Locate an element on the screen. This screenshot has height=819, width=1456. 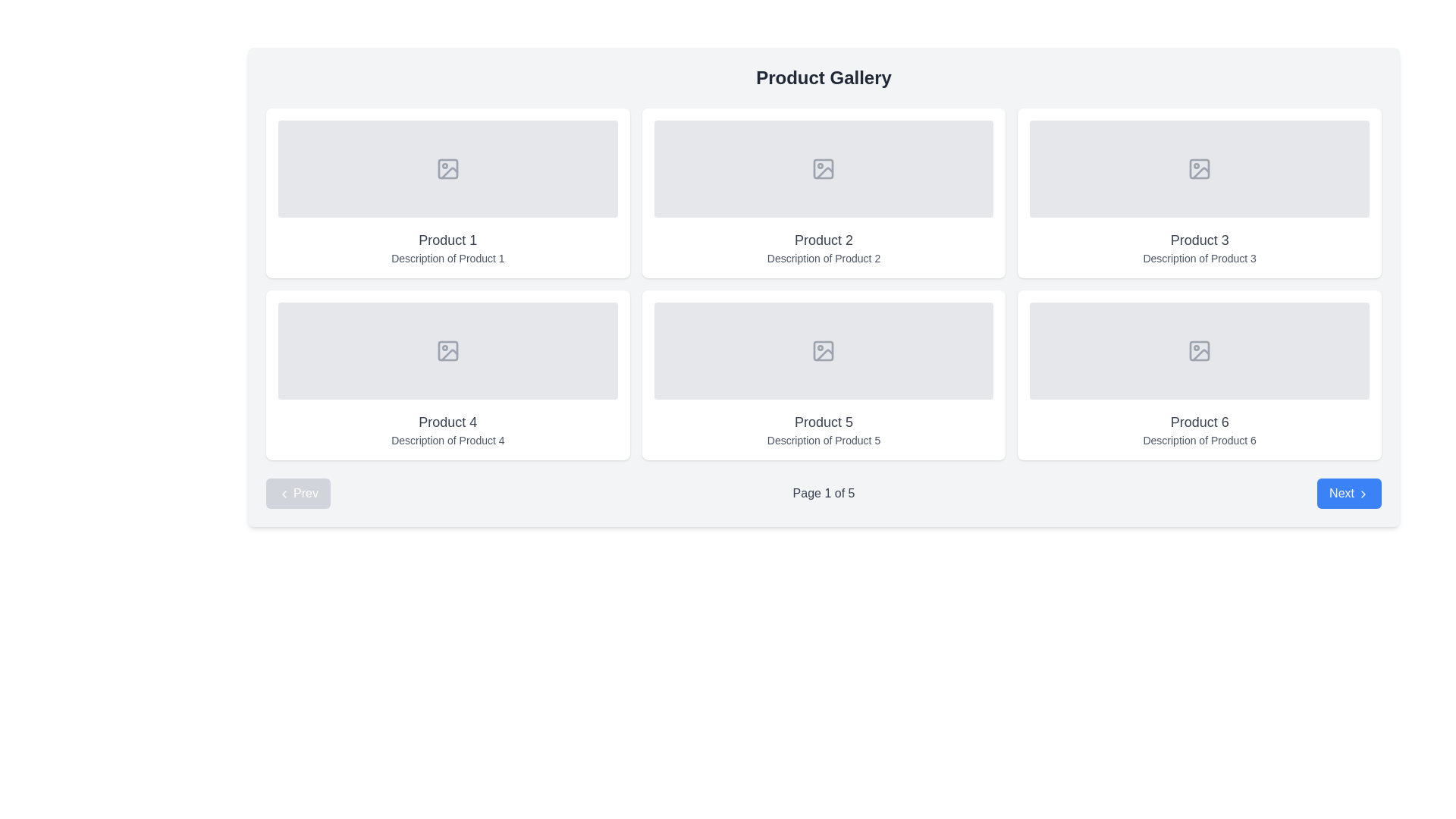
the text element that indicates the current page and total number of pages in the pagination section, located at the center bottom of the interface between the 'Prev' and 'Next' buttons is located at coordinates (823, 494).